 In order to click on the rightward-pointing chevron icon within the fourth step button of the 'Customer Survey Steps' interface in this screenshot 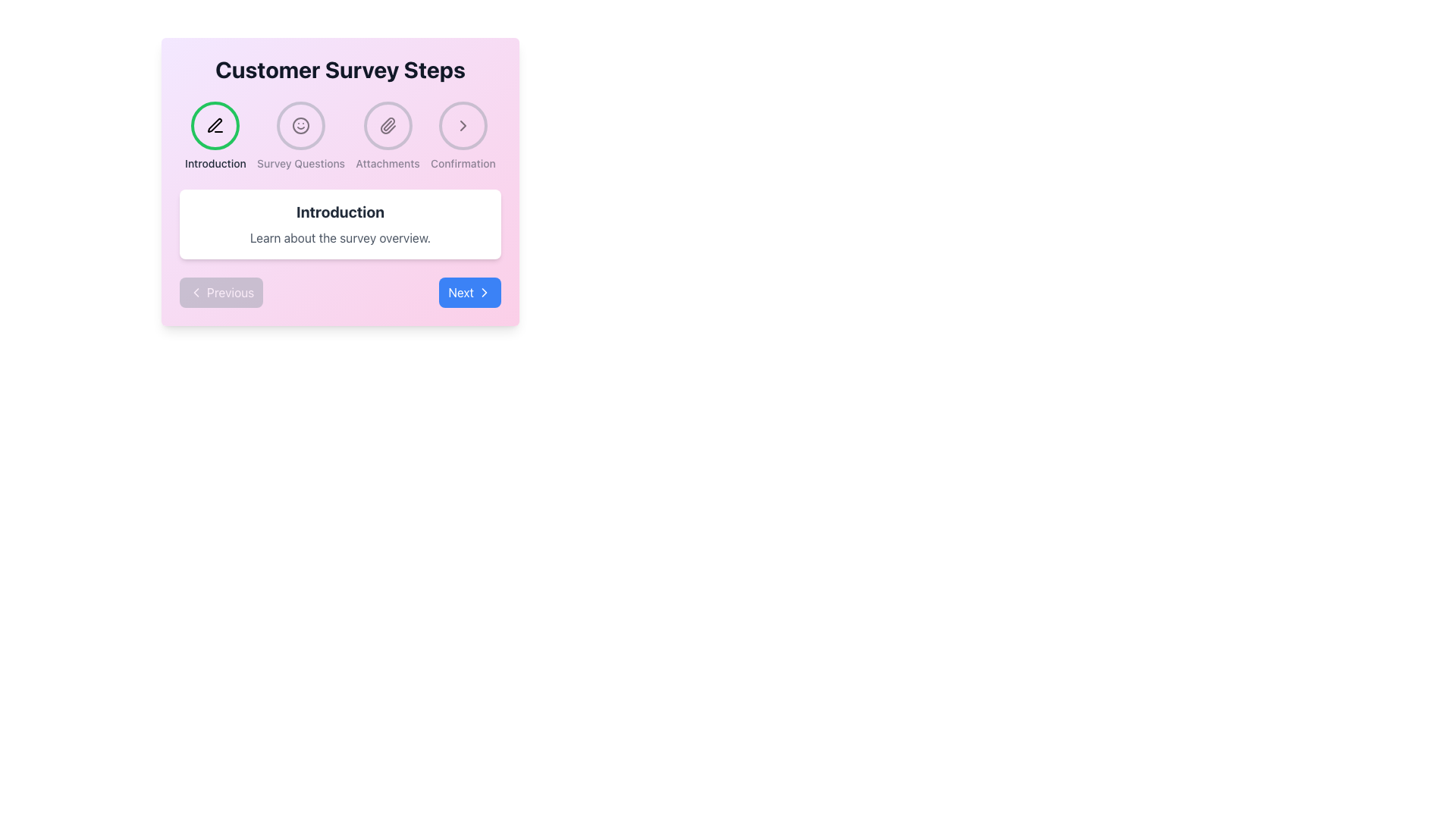, I will do `click(462, 124)`.